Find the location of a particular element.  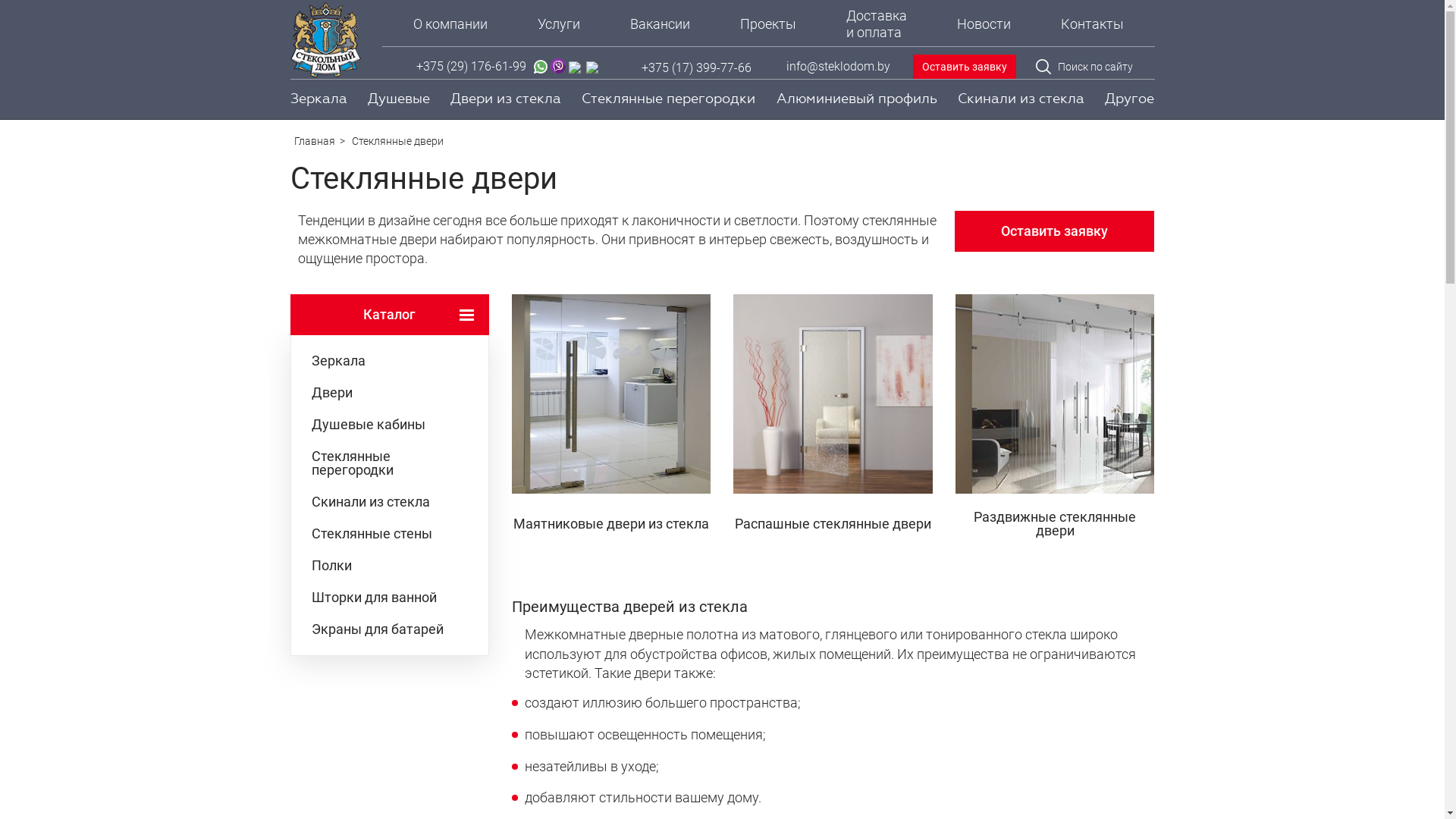

'+375 (17) 399-77-66' is located at coordinates (641, 67).